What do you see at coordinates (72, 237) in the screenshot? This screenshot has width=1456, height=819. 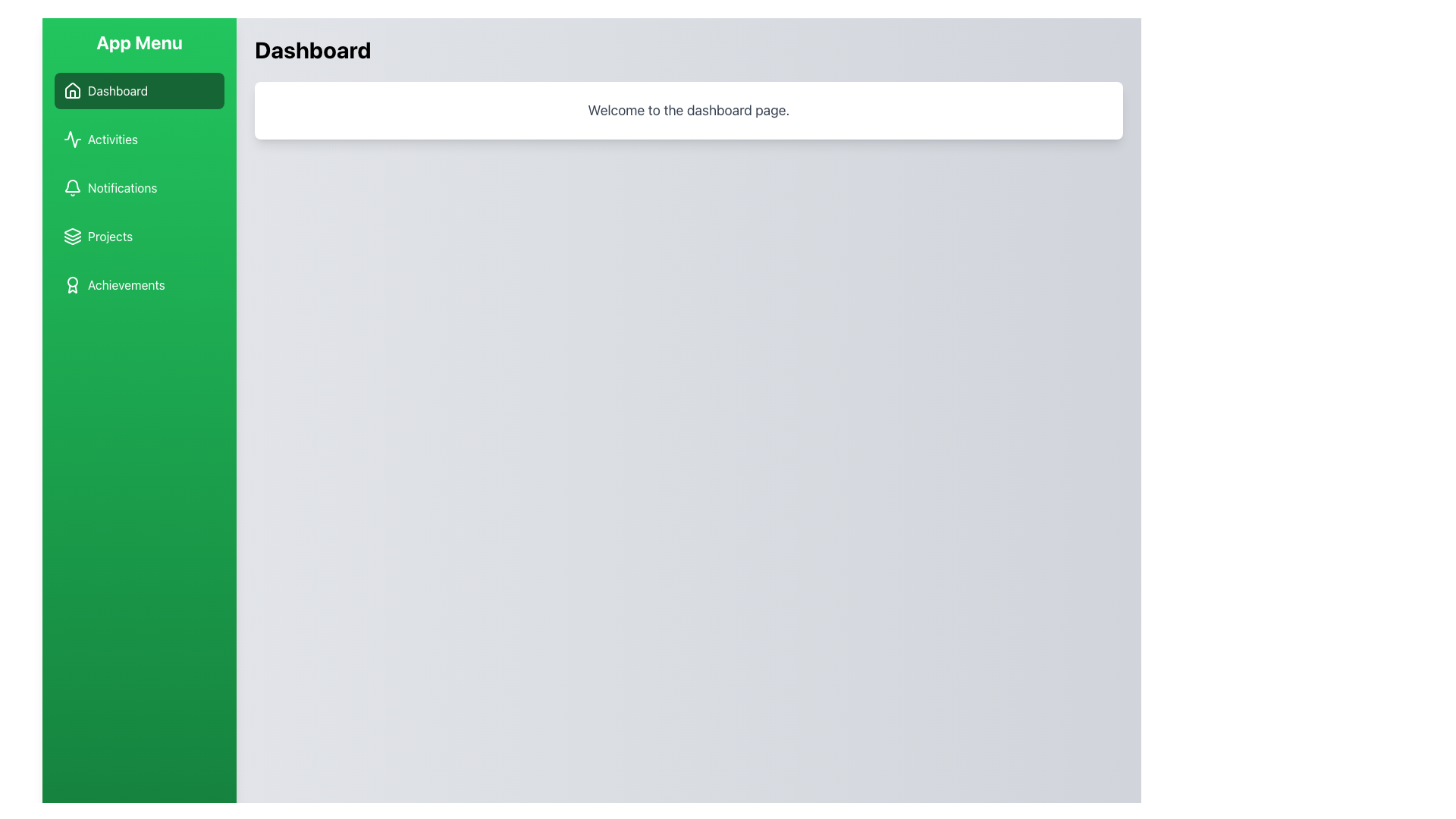 I see `the multi-layer icon with a green background and white drawing lines in the 'Projects' menu` at bounding box center [72, 237].